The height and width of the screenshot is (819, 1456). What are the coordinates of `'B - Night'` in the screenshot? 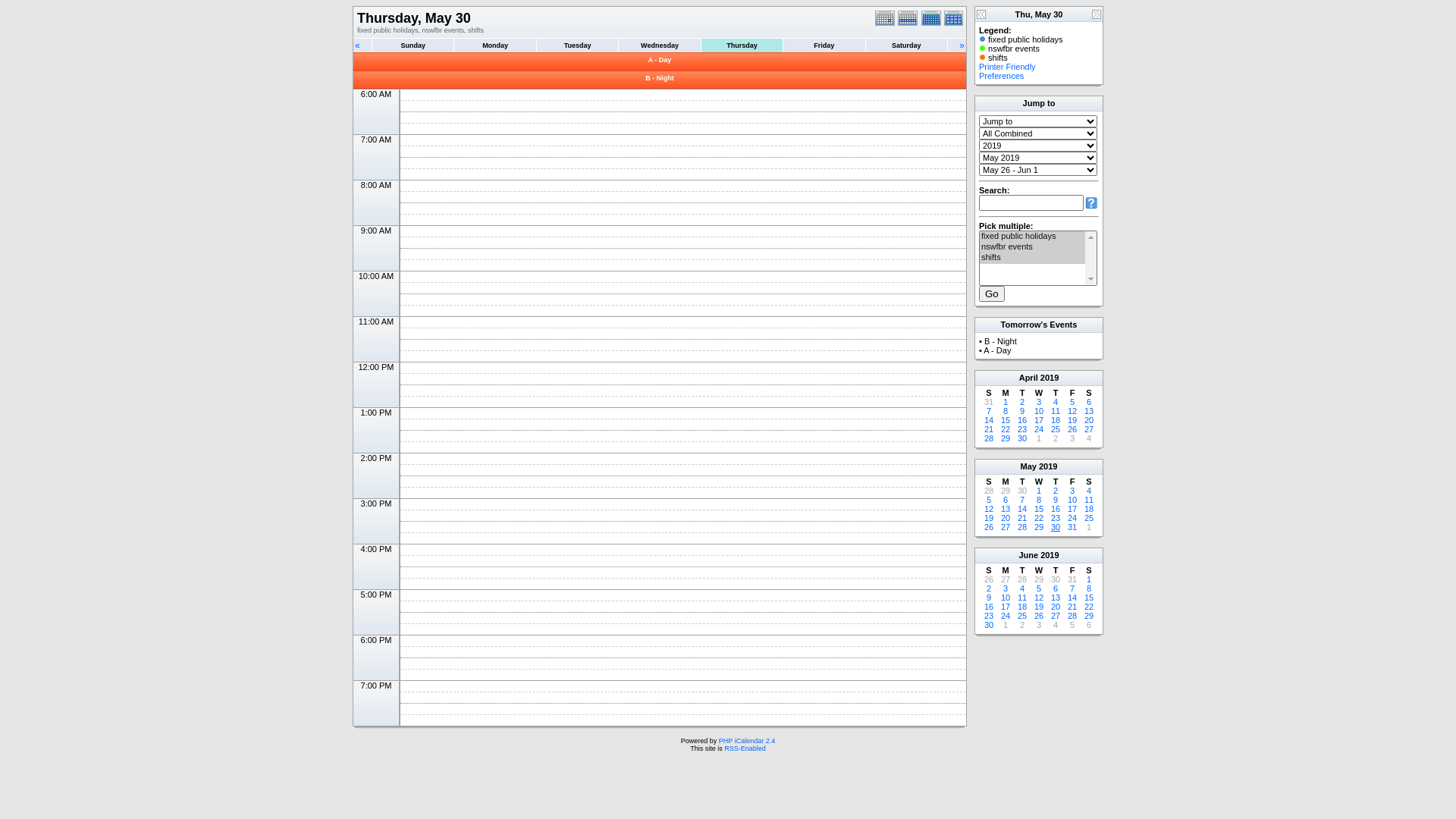 It's located at (645, 78).